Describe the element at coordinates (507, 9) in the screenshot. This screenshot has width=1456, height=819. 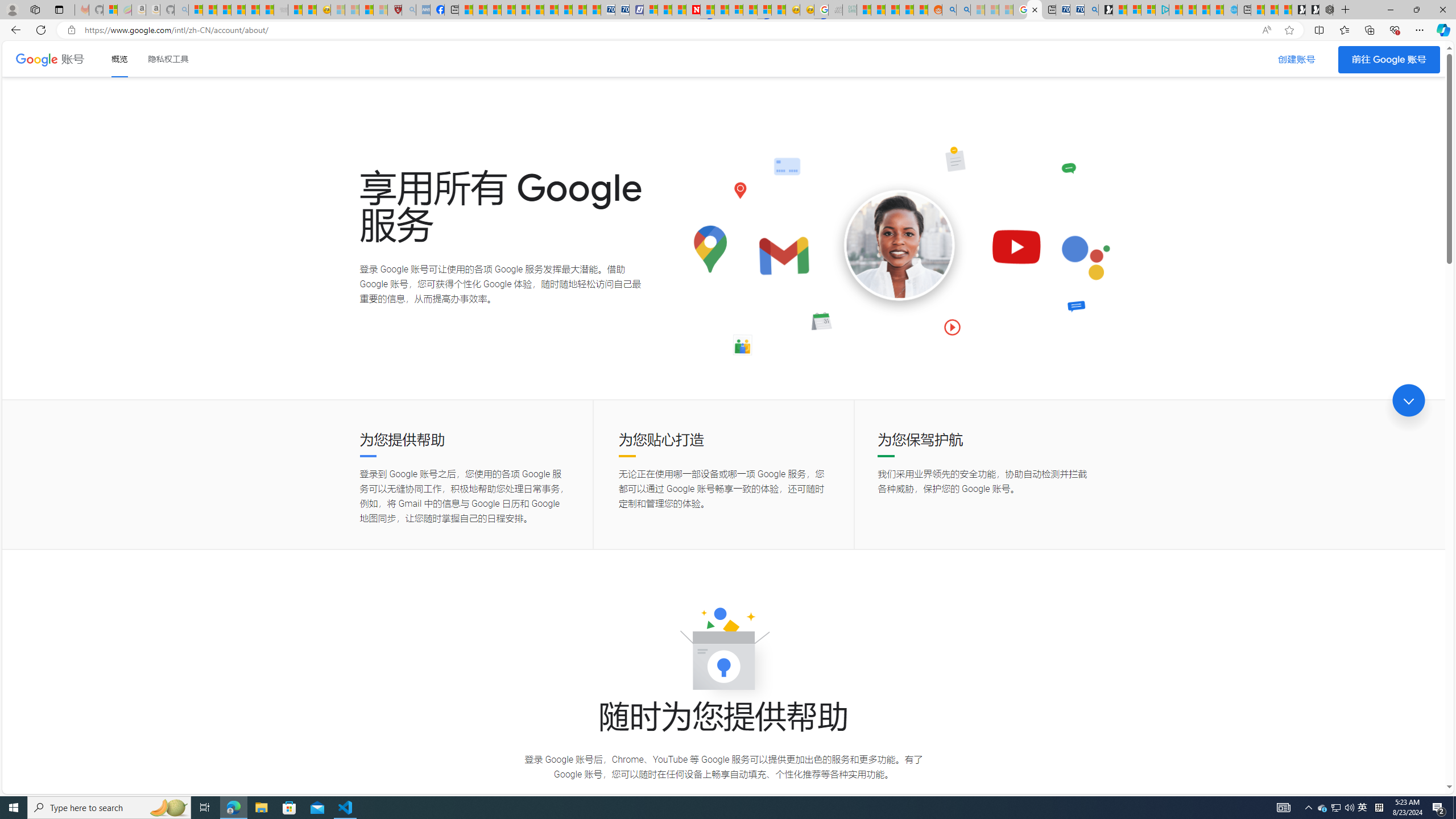
I see `'Climate Damage Becomes Too Severe To Reverse'` at that location.